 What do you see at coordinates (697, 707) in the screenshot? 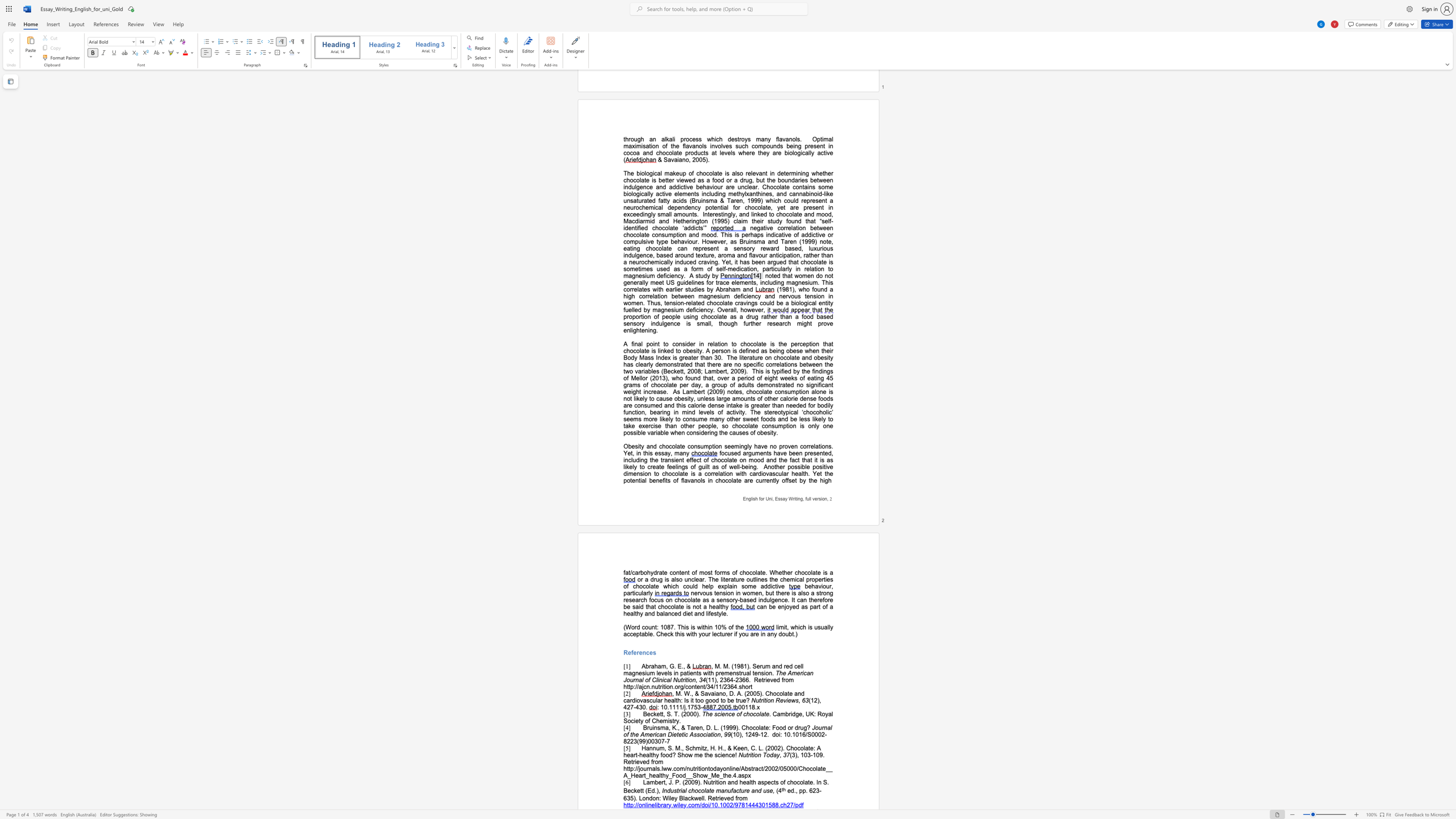
I see `the subset text "3-" within the text ": 10.1111/j.1753-"` at bounding box center [697, 707].